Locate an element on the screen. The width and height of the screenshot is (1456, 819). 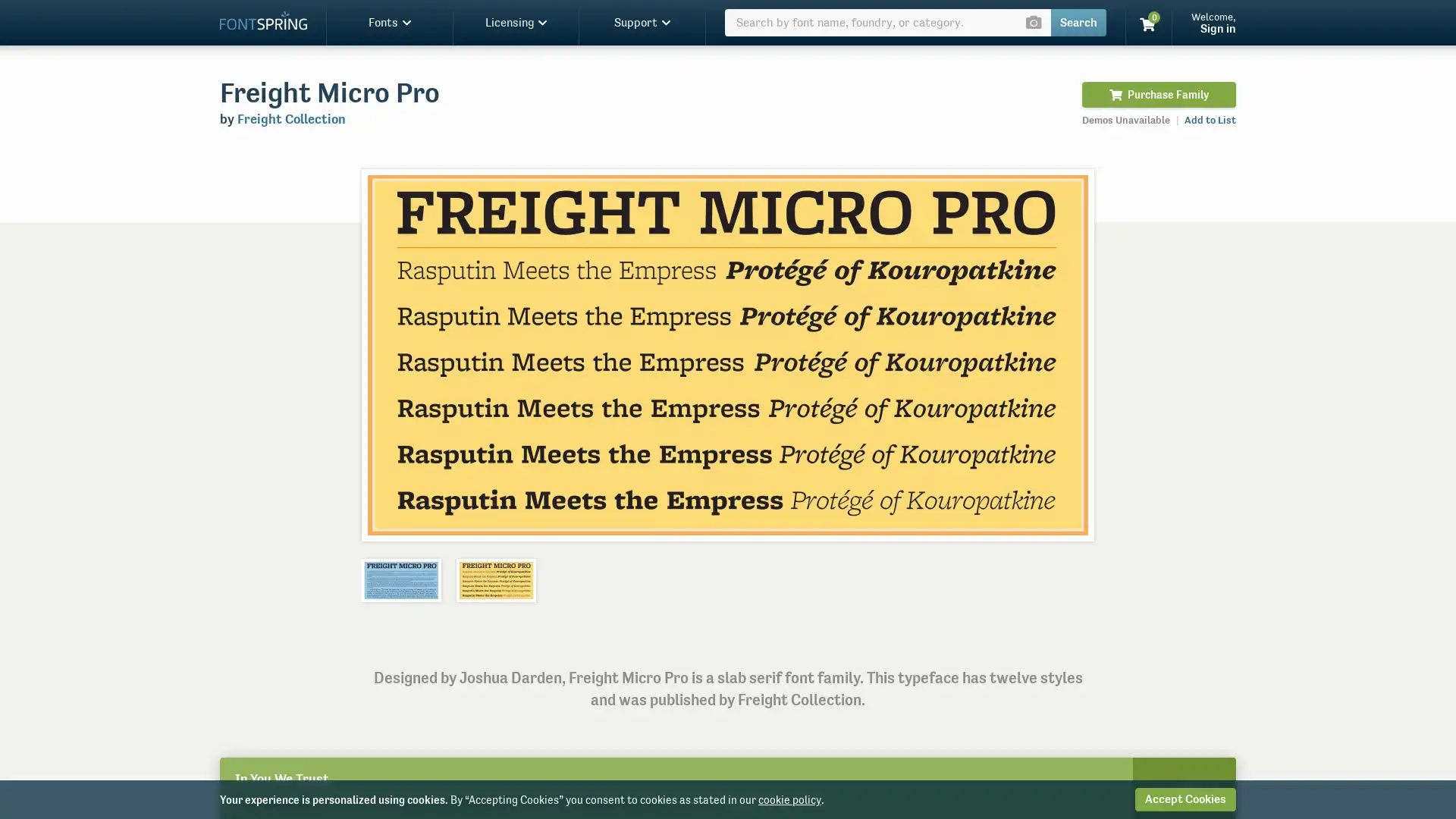
Search is located at coordinates (1078, 23).